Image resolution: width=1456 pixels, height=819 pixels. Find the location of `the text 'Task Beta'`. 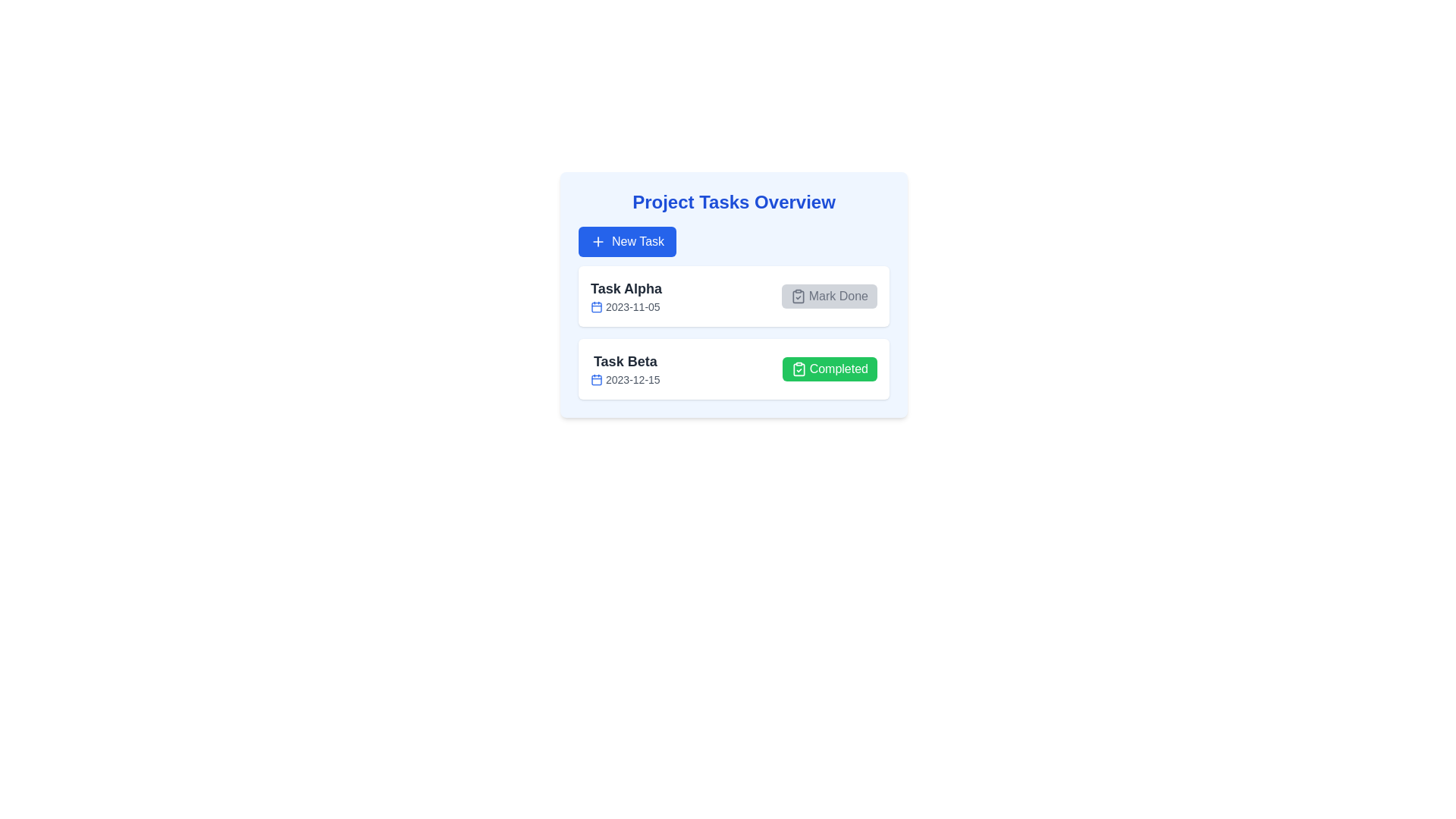

the text 'Task Beta' is located at coordinates (625, 369).